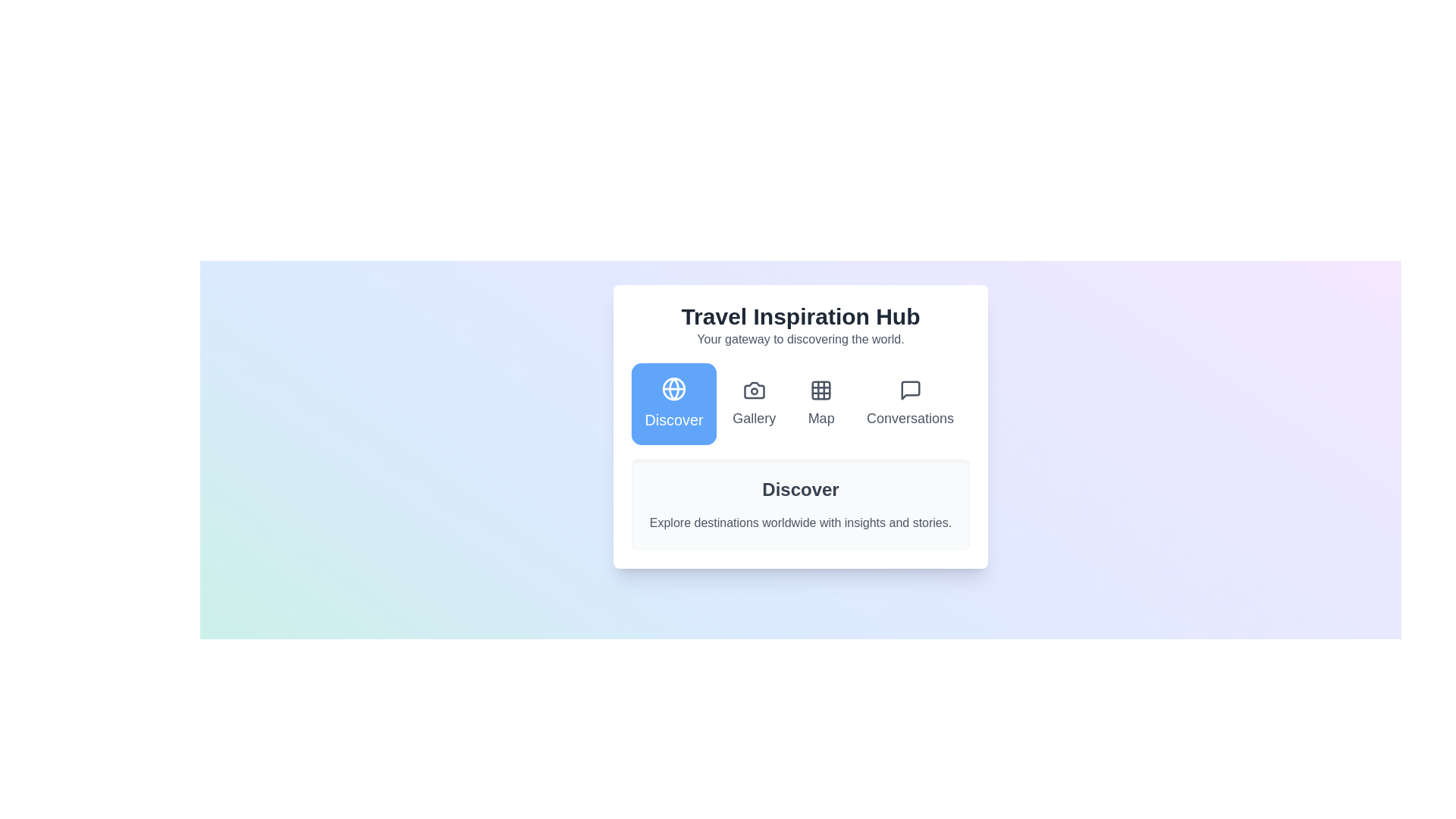 The image size is (1456, 819). What do you see at coordinates (910, 418) in the screenshot?
I see `the 'Conversations' textual label, which is styled with gray color and positioned below the speech bubble icon in the navigation row` at bounding box center [910, 418].